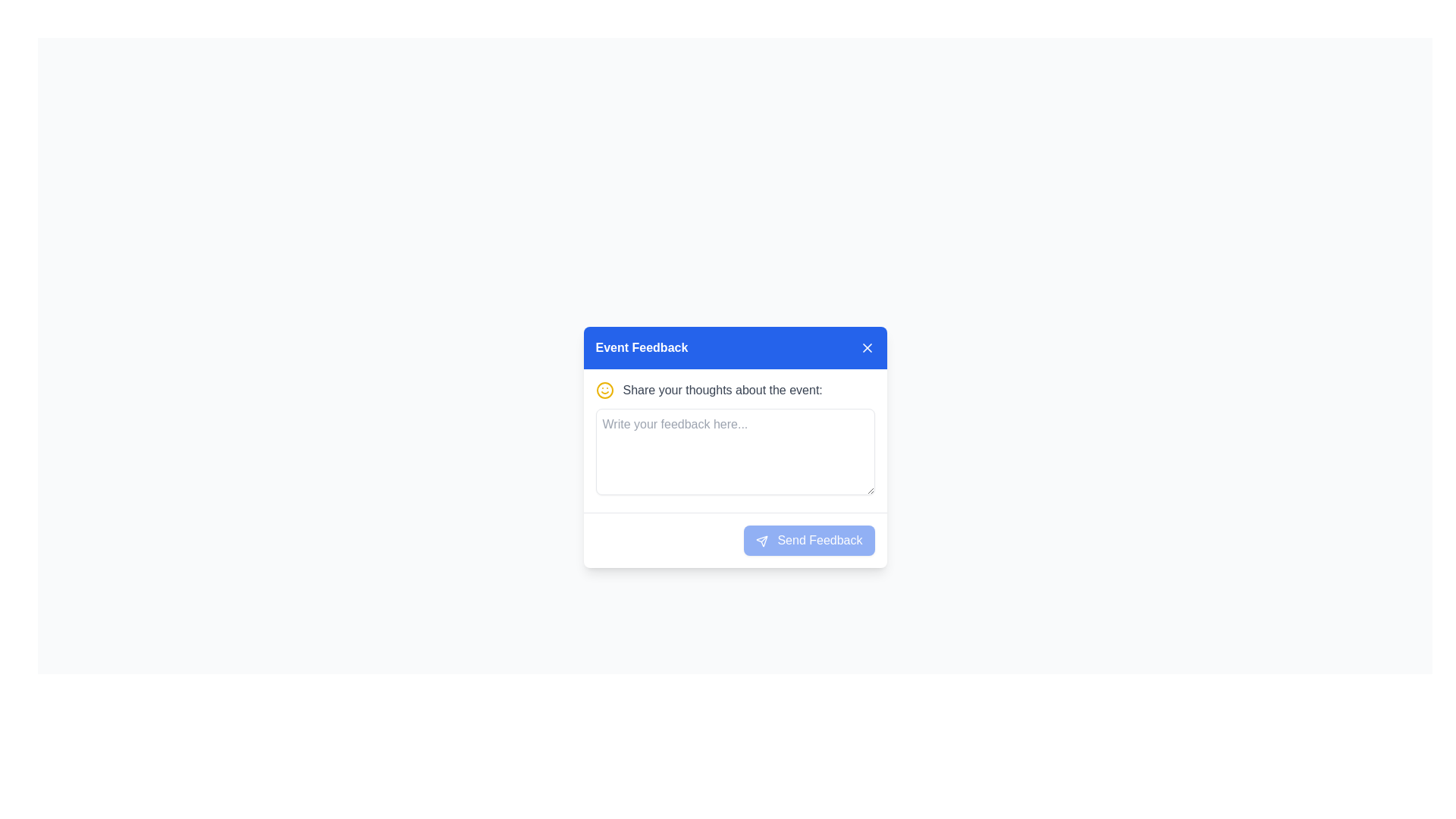 The width and height of the screenshot is (1456, 819). What do you see at coordinates (867, 348) in the screenshot?
I see `the close button in the top-right corner of the dialog box` at bounding box center [867, 348].